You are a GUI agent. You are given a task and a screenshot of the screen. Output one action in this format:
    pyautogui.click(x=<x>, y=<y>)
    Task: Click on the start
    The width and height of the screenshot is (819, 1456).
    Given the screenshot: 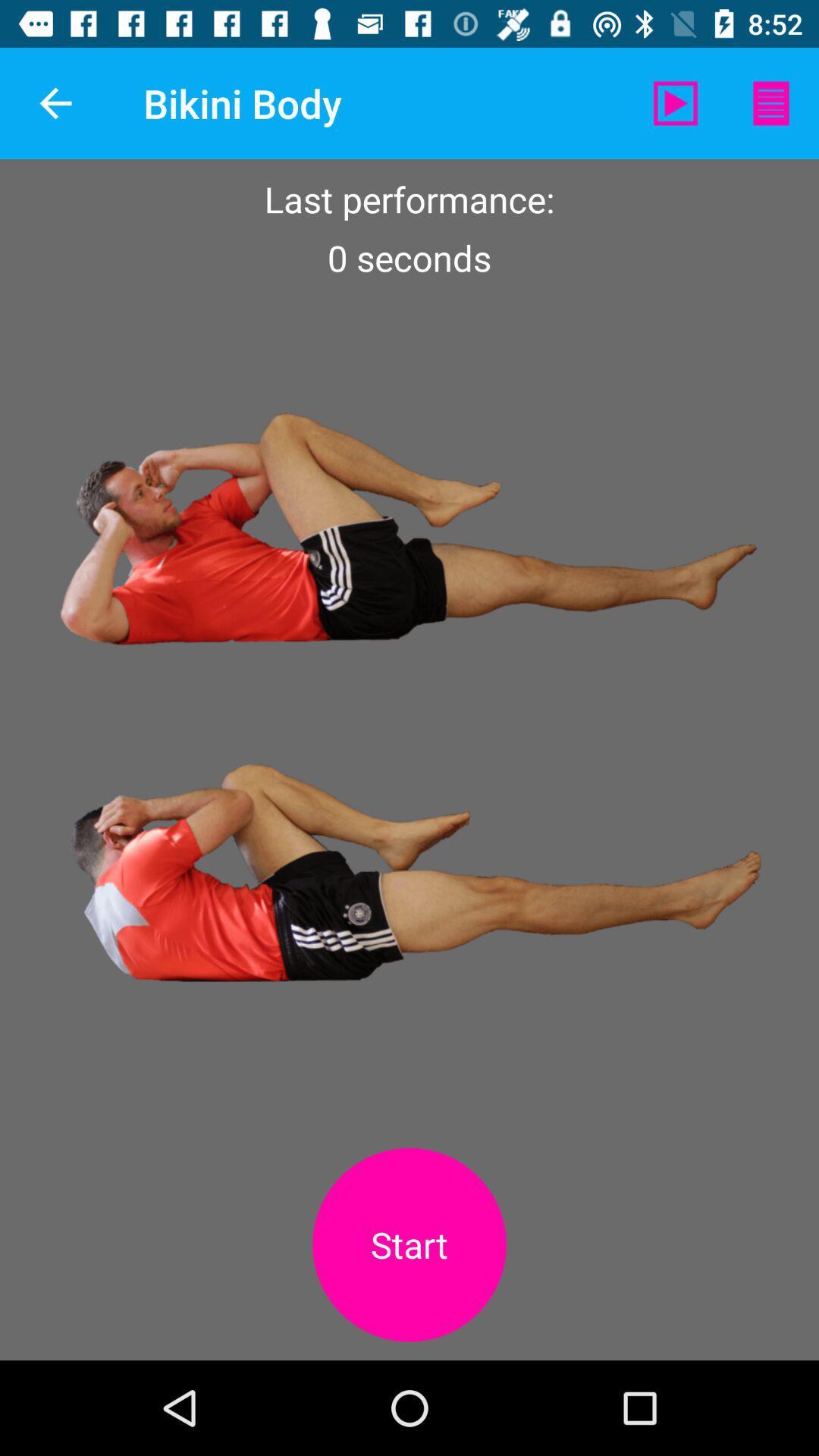 What is the action you would take?
    pyautogui.click(x=409, y=1244)
    